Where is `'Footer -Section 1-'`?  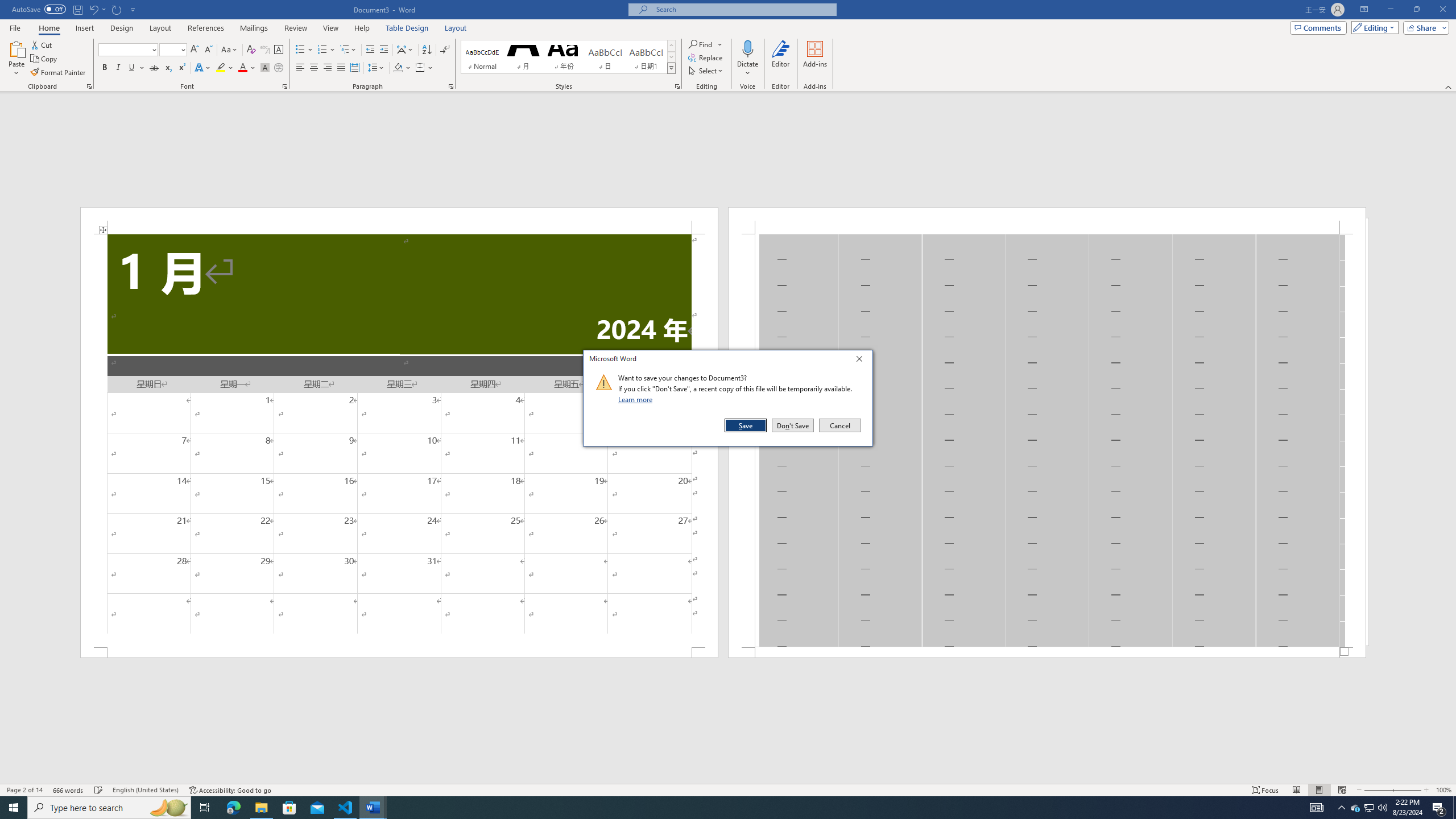 'Footer -Section 1-' is located at coordinates (1046, 651).